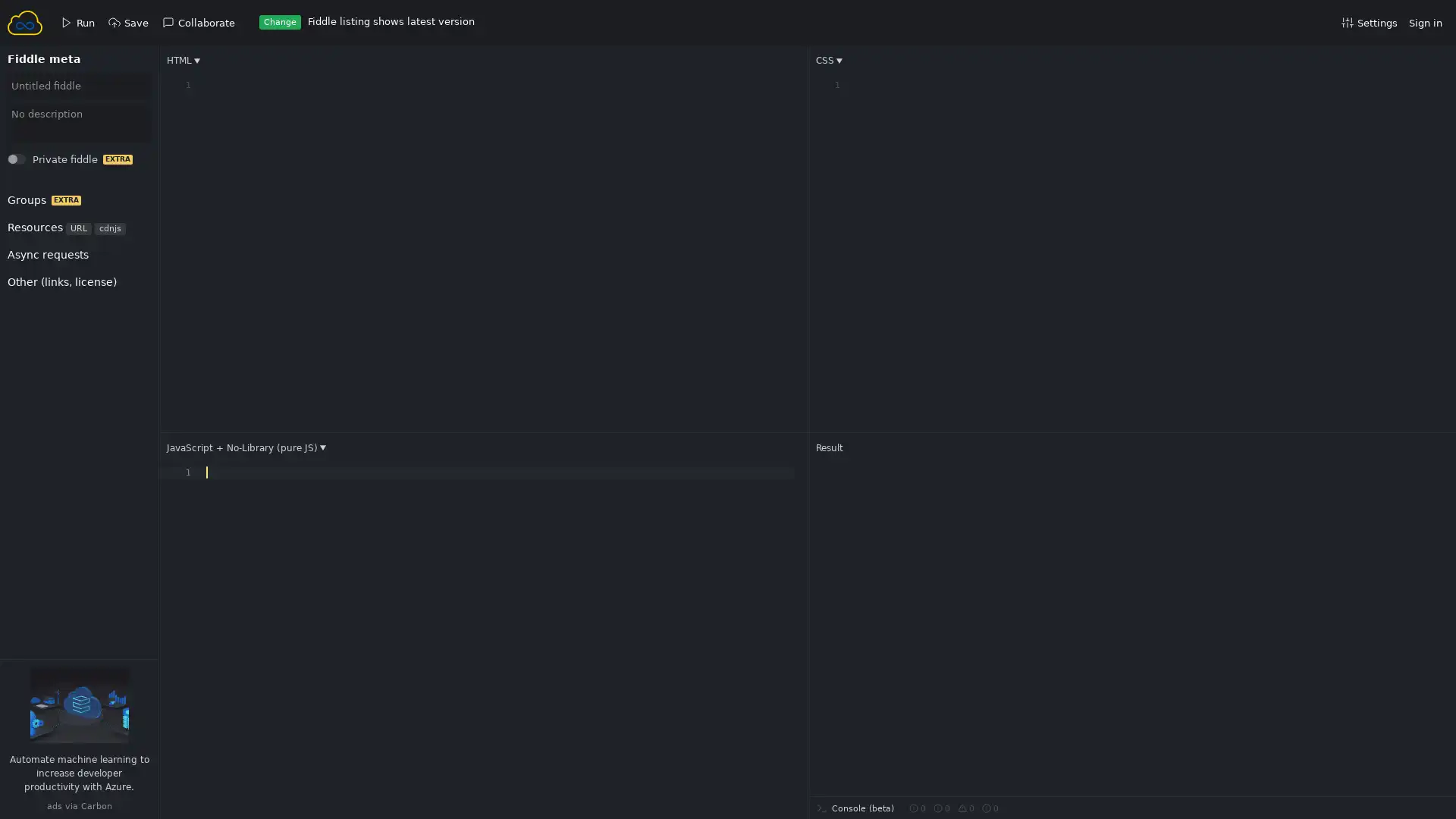 This screenshot has height=819, width=1456. I want to click on Save, so click(32, 163).